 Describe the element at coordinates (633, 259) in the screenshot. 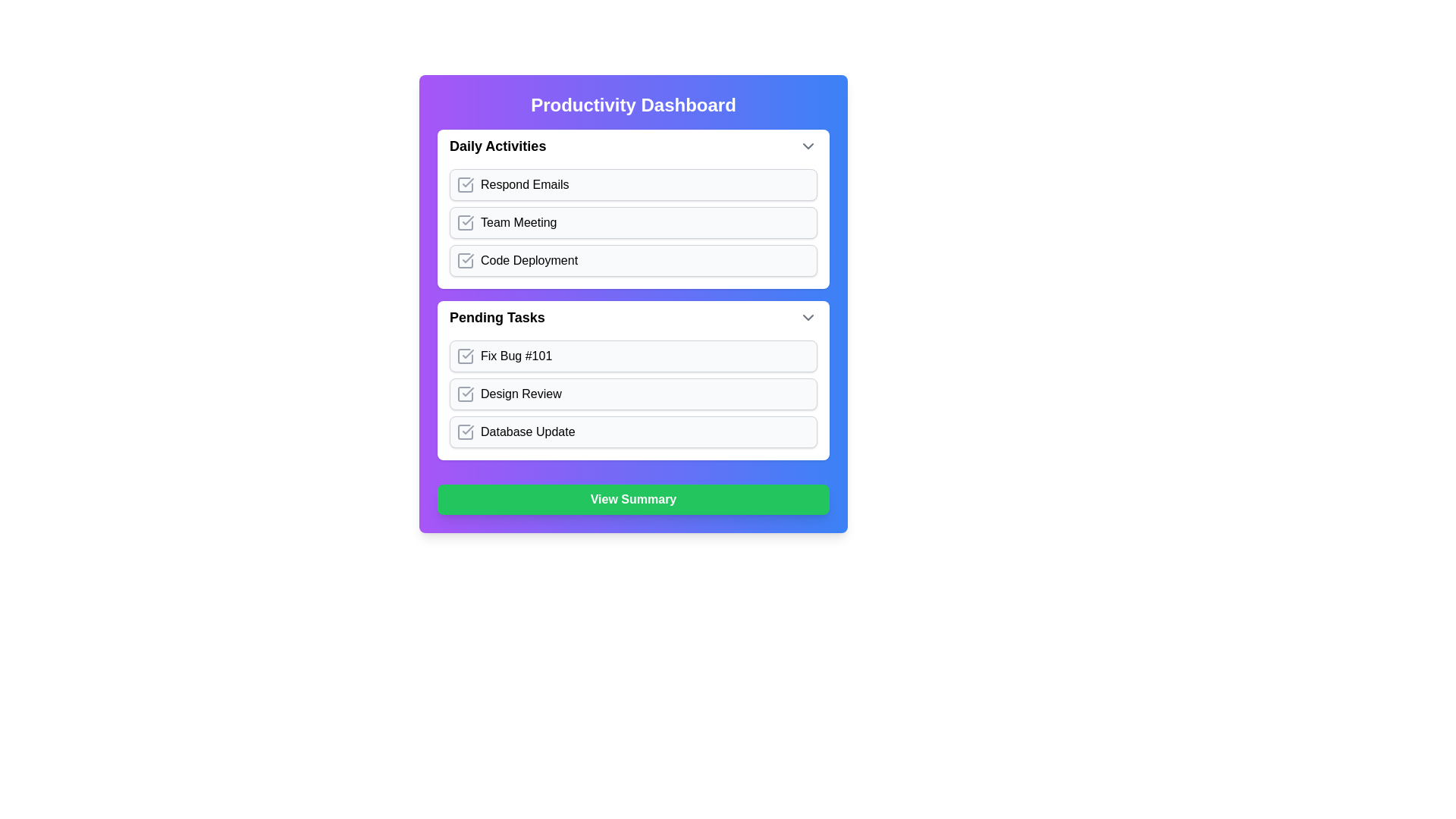

I see `the checkbox for the 'Code Deployment' task` at that location.